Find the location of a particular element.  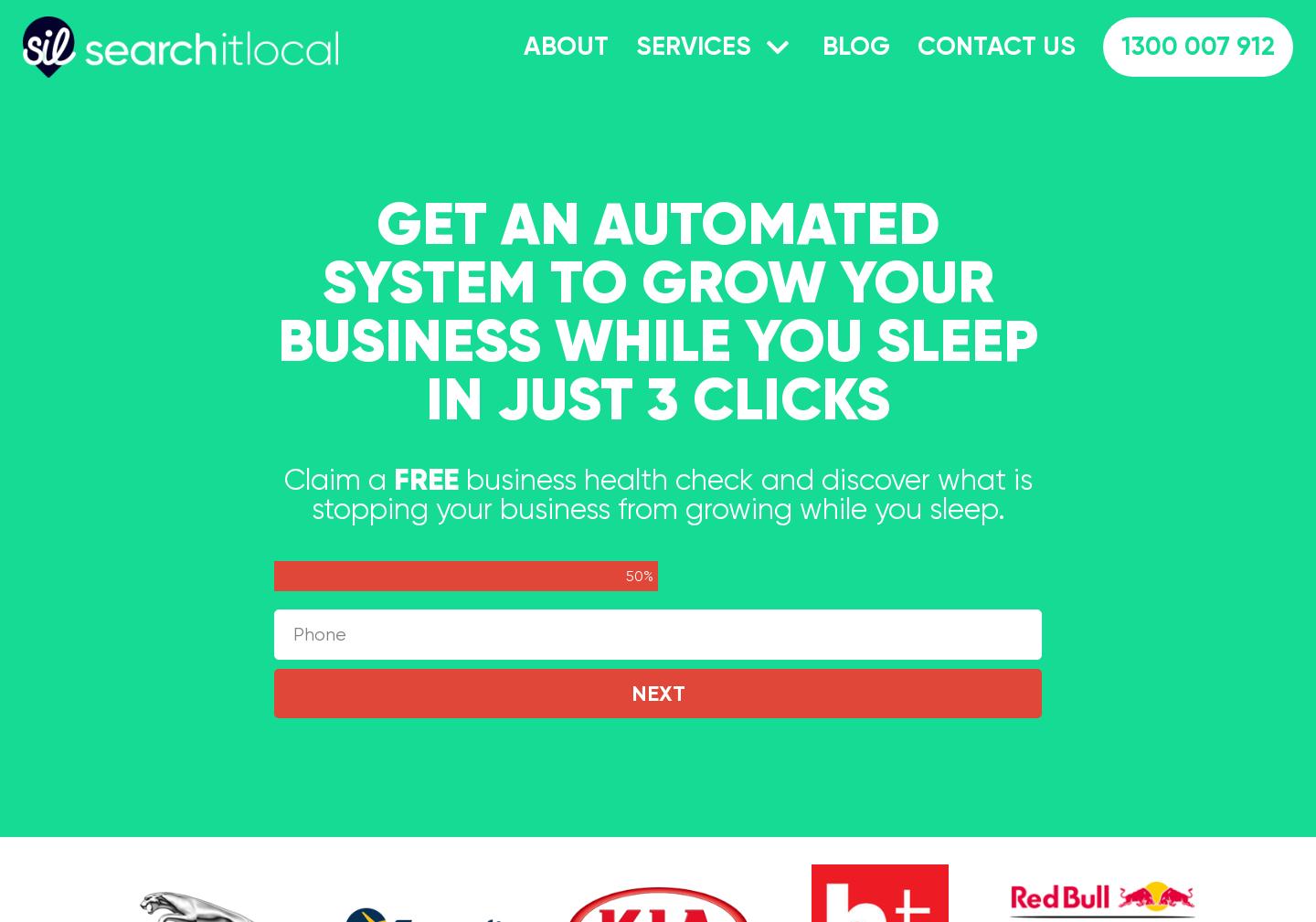

'business health check and discover what is stopping your business from growing while you sleep.' is located at coordinates (310, 494).